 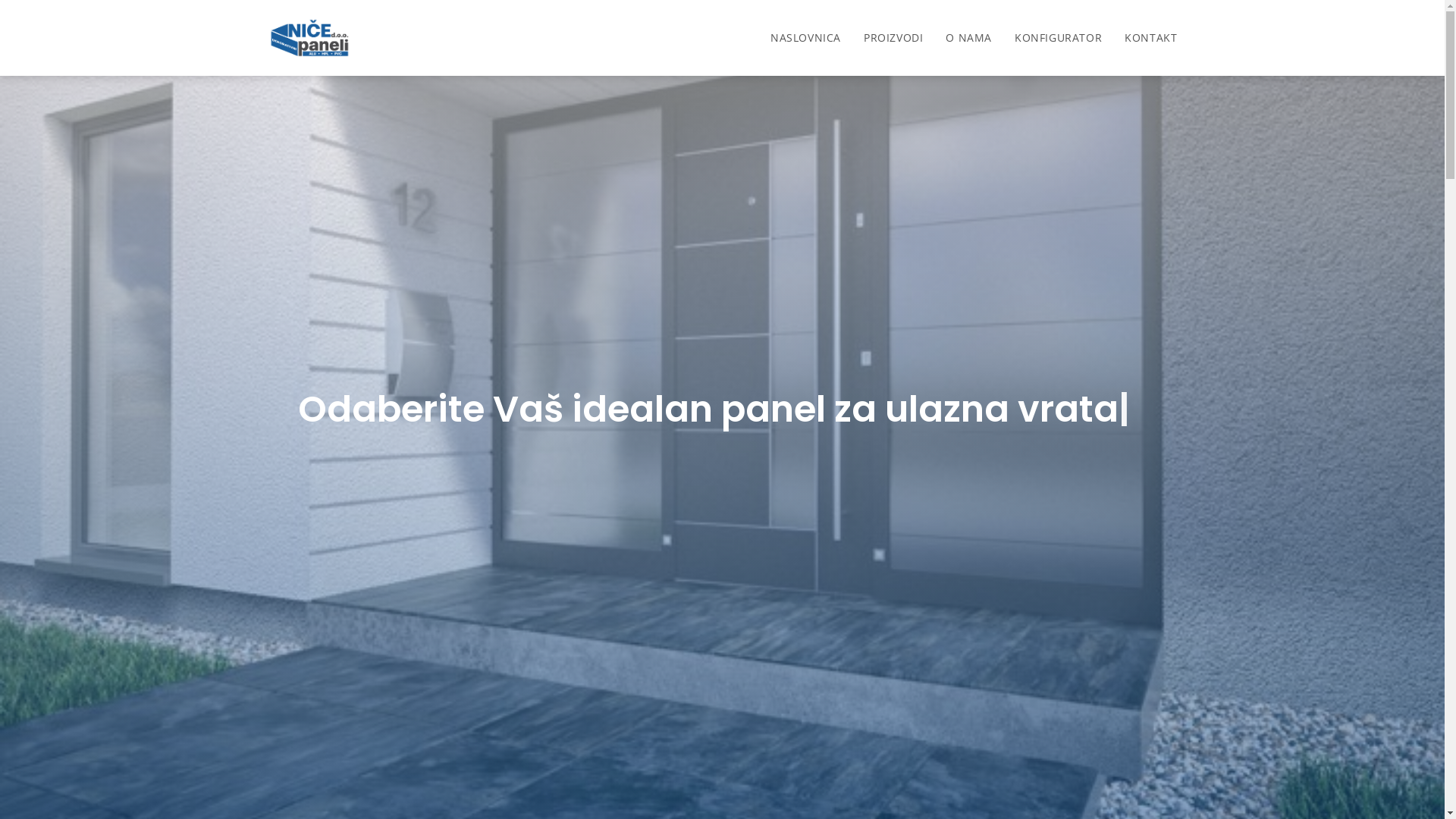 What do you see at coordinates (1057, 37) in the screenshot?
I see `'KONFIGURATOR'` at bounding box center [1057, 37].